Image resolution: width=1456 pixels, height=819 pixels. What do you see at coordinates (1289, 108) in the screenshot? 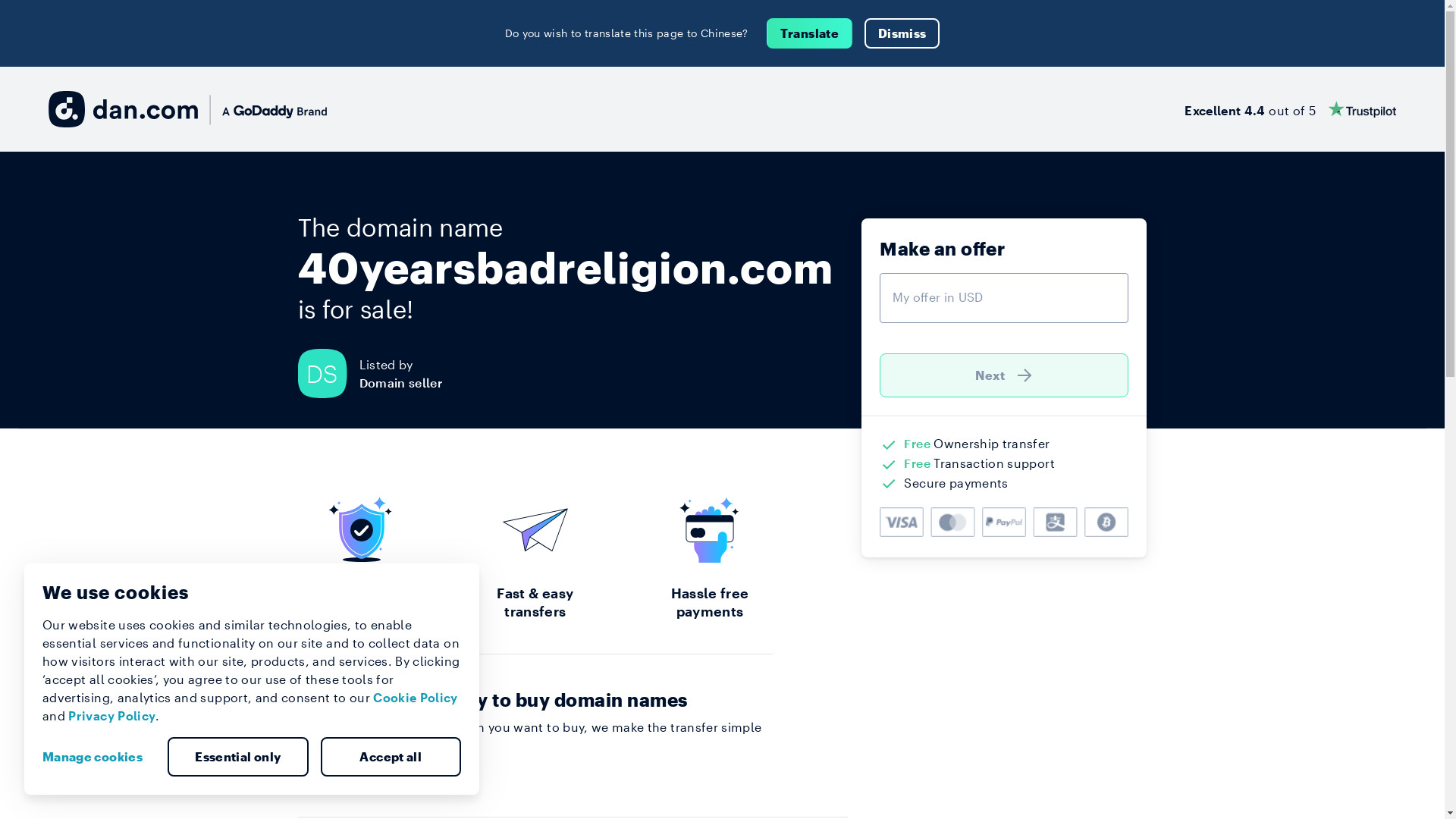
I see `'Excellent 4.4 out of 5'` at bounding box center [1289, 108].